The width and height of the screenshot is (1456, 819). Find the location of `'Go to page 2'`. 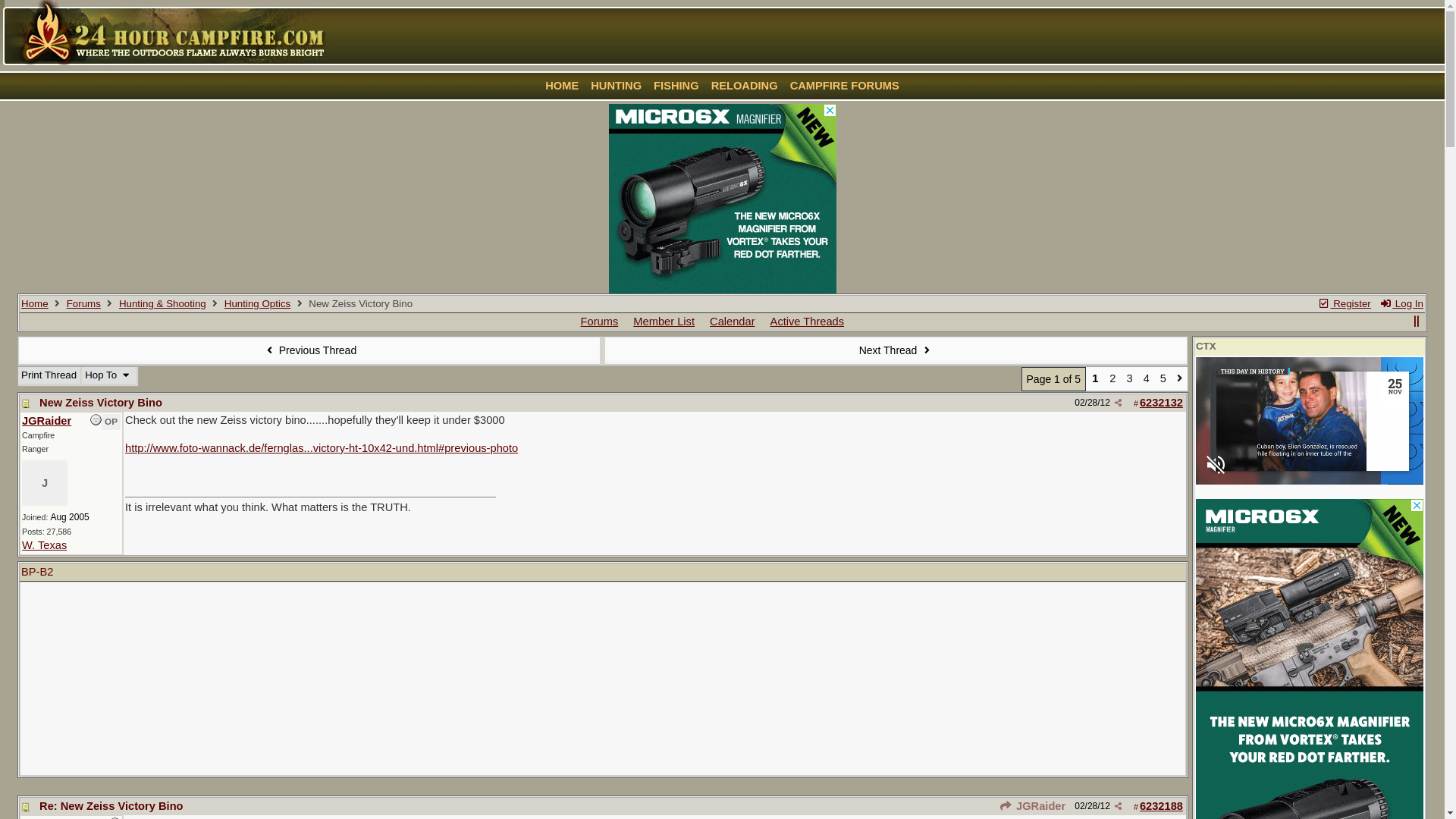

'Go to page 2' is located at coordinates (1171, 378).